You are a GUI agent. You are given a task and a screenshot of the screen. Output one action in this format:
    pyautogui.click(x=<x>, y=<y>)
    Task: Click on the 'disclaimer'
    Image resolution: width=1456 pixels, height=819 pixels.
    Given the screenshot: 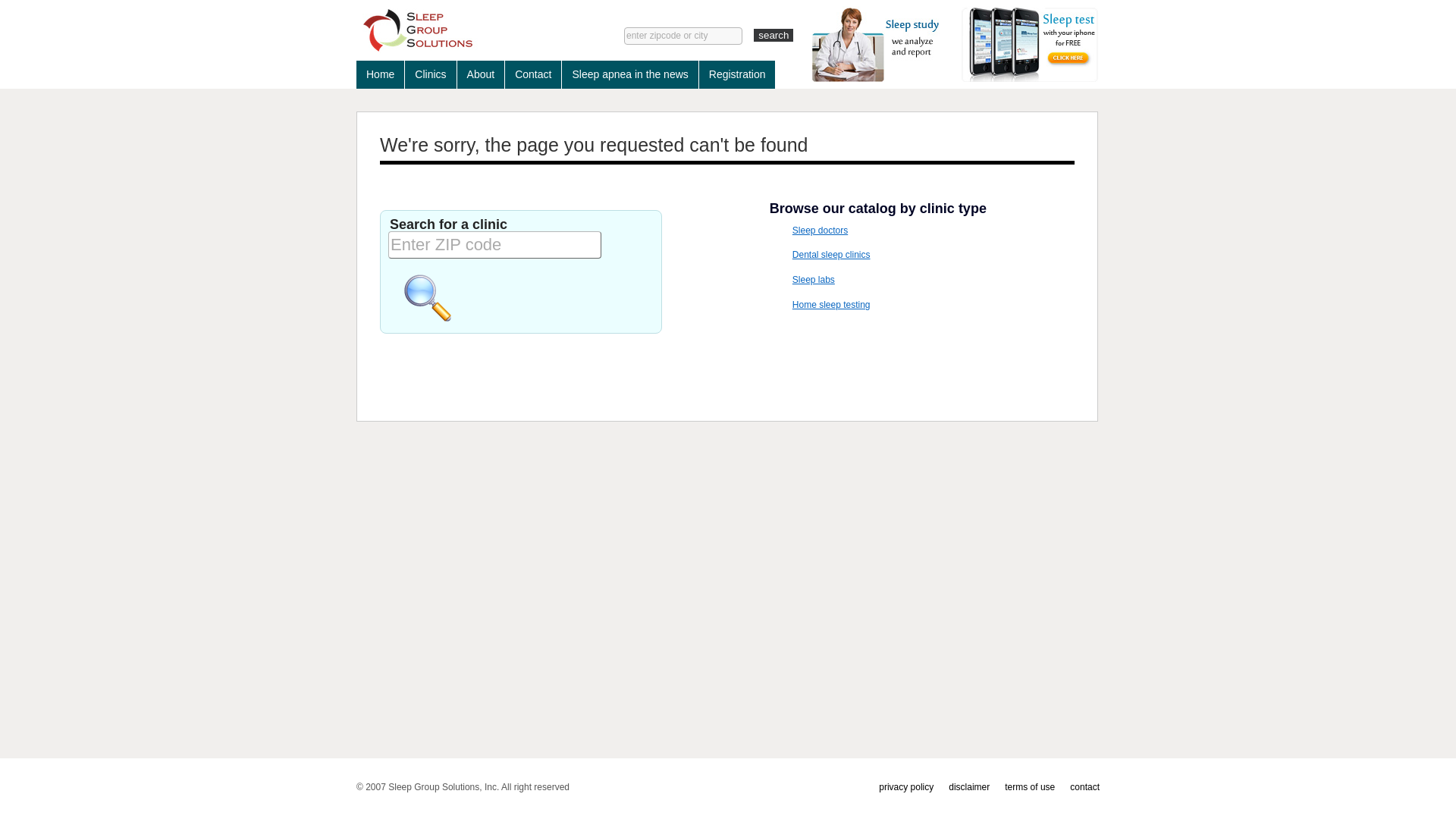 What is the action you would take?
    pyautogui.click(x=968, y=786)
    